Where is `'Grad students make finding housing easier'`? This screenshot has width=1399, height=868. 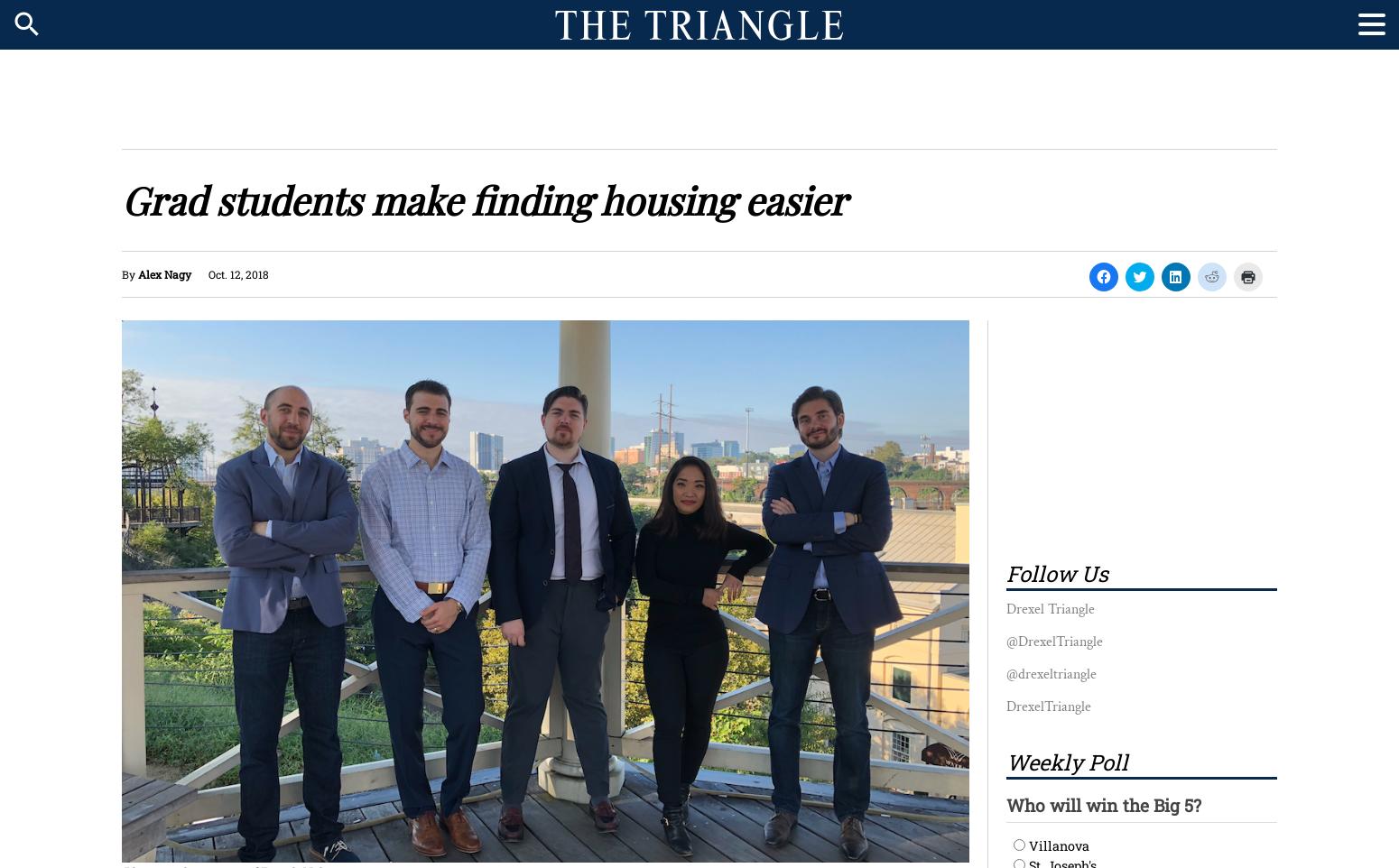 'Grad students make finding housing easier' is located at coordinates (483, 199).